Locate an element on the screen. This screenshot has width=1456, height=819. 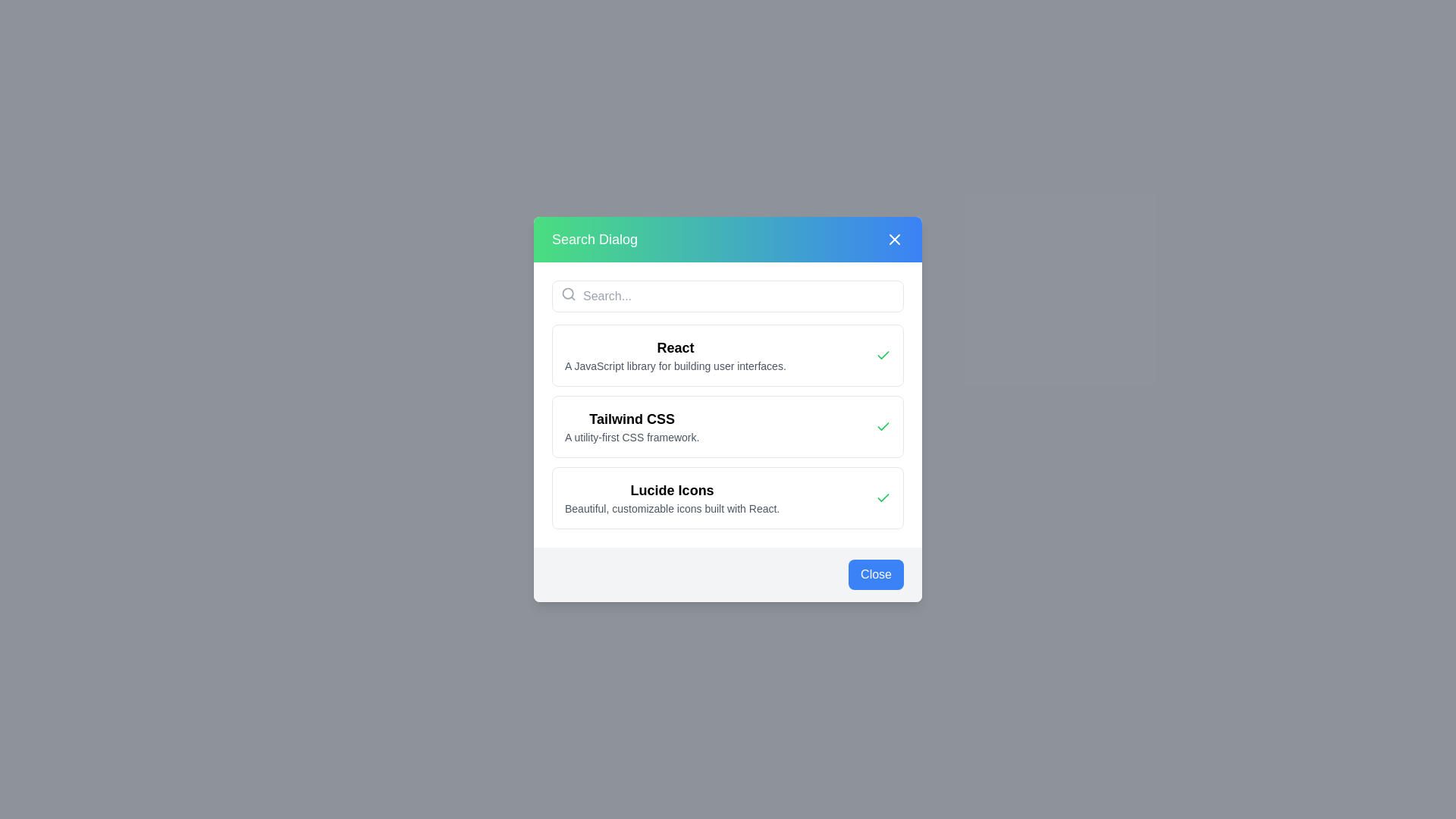
to select the List item labeled 'Tailwind CSS' which is the second option in the modal titled 'Search Dialog' is located at coordinates (728, 427).